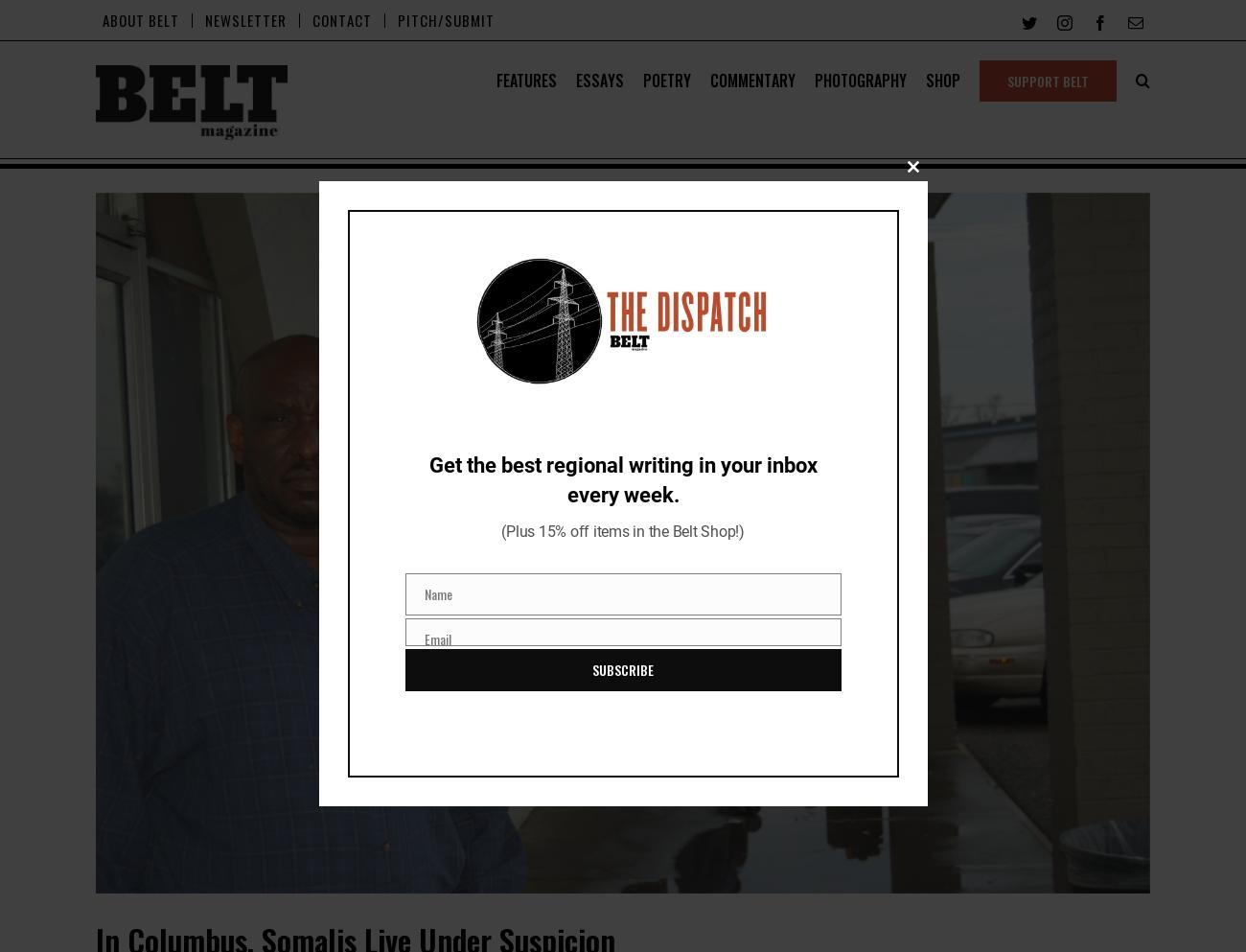 The height and width of the screenshot is (952, 1246). What do you see at coordinates (542, 147) in the screenshot?
I see `'HISTORY'` at bounding box center [542, 147].